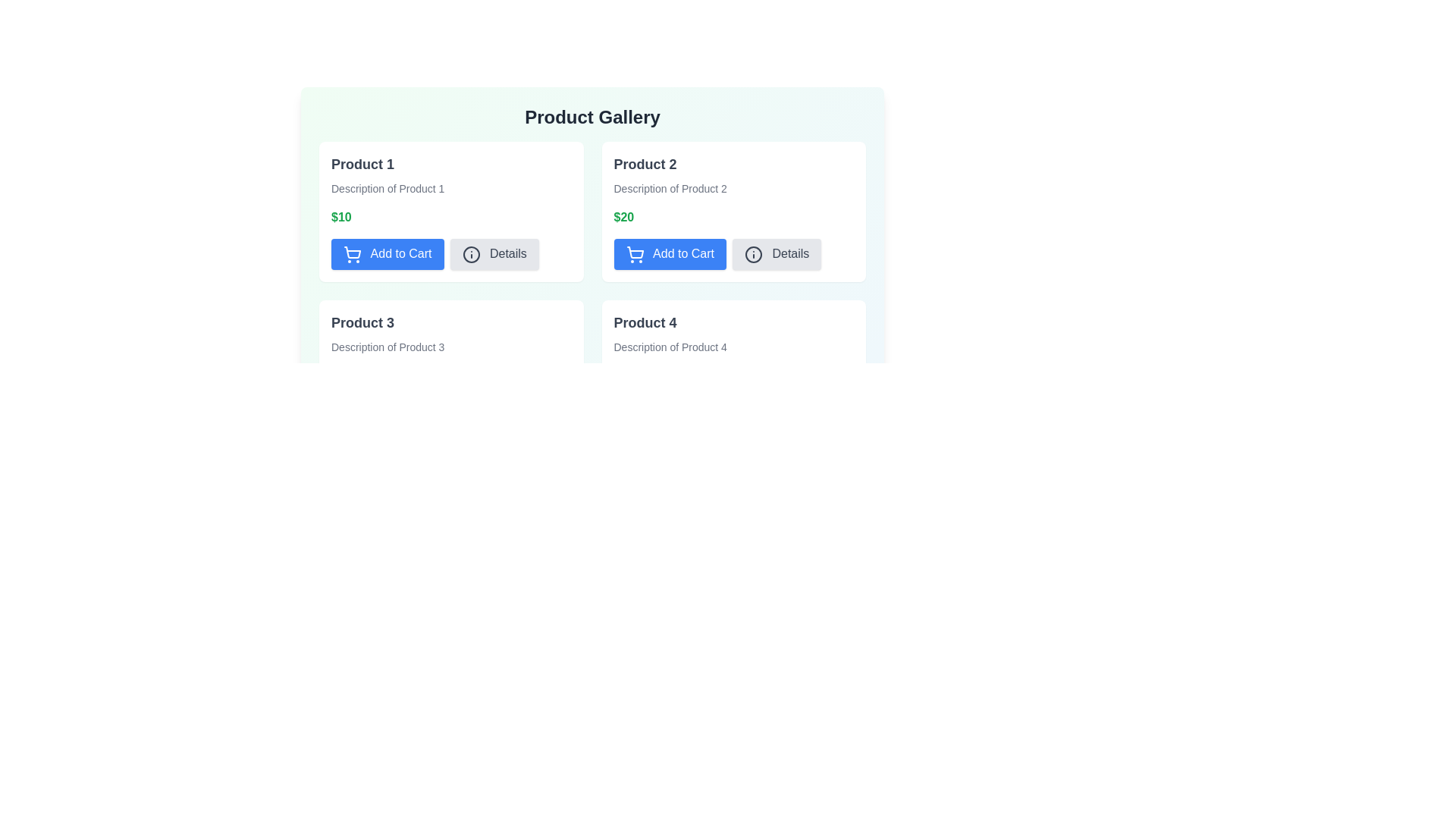 This screenshot has height=819, width=1456. Describe the element at coordinates (777, 253) in the screenshot. I see `the 'Details' button, which has a light gray background and is located to the right of the 'Add to Cart' button in the action bar of 'Product 2'` at that location.